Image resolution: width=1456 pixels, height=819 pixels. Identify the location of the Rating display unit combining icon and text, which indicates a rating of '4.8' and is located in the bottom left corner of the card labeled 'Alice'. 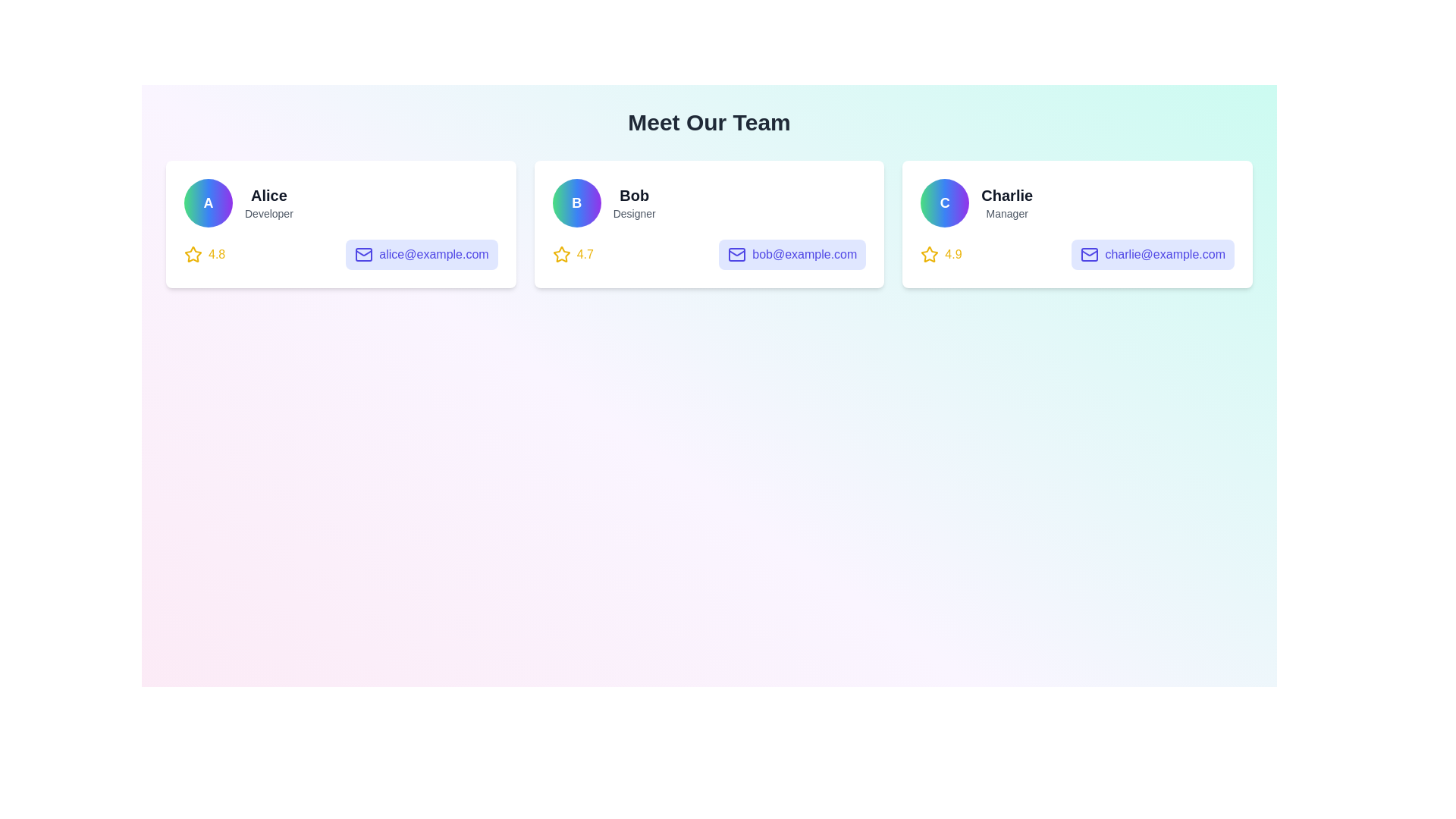
(204, 253).